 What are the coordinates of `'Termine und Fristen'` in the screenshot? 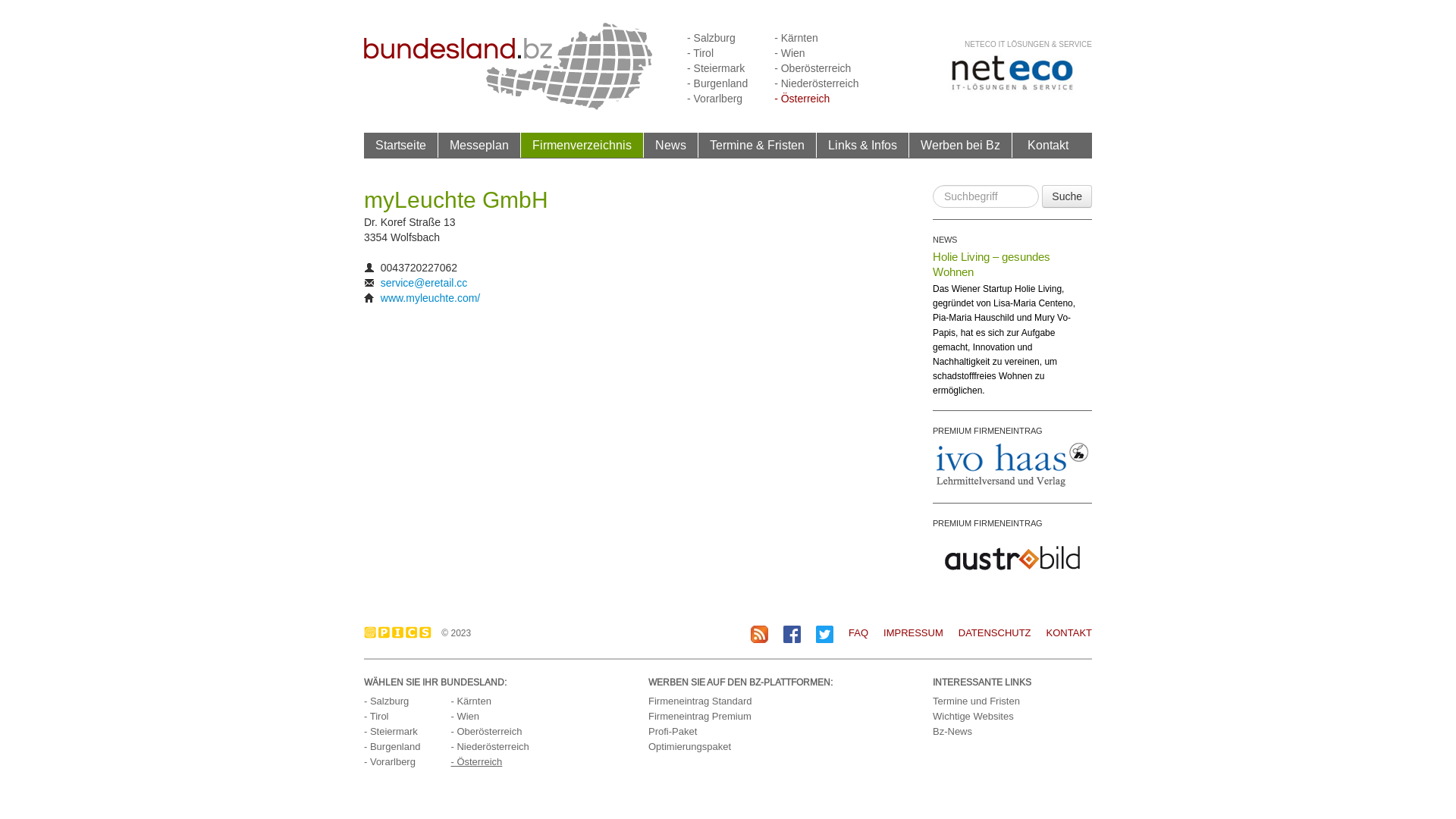 It's located at (976, 700).